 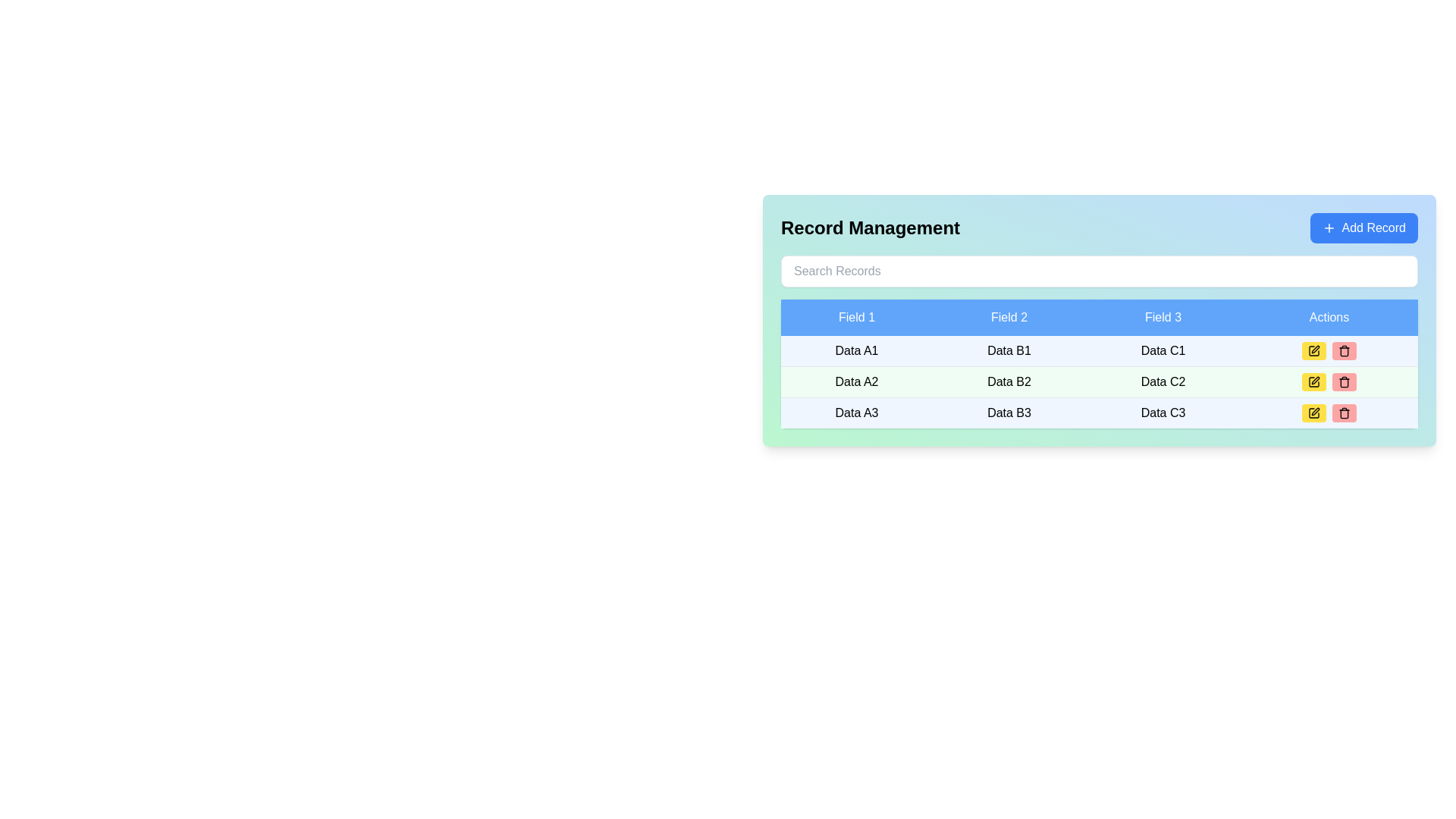 I want to click on the edit icon located within the yellow button in the 'Actions' column of the last row of the table, so click(x=1313, y=413).